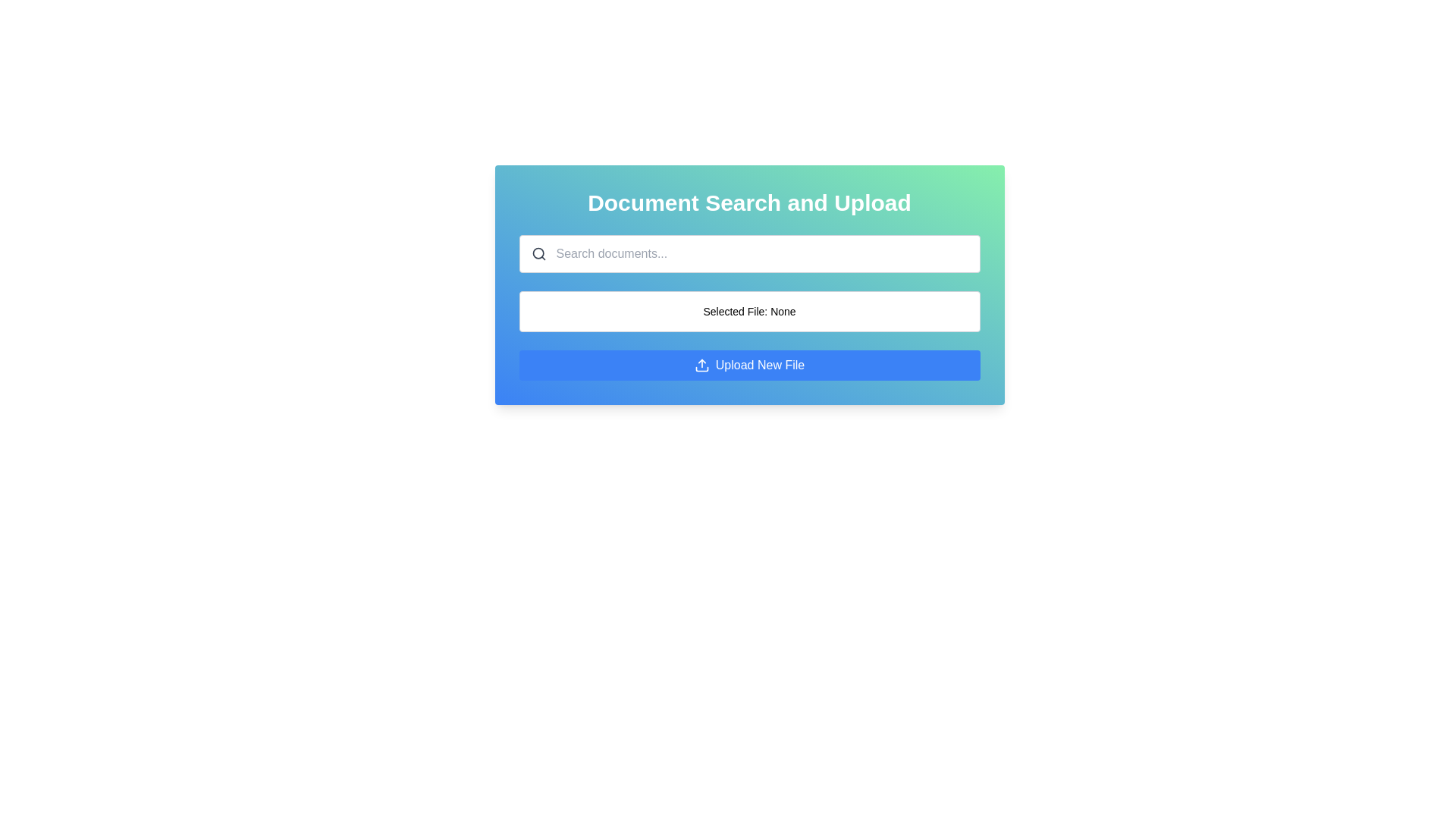  I want to click on the file upload button located at the bottom of the 'Document Search and Upload' panel, below the text 'Selected File: None', to upload a new file, so click(749, 366).